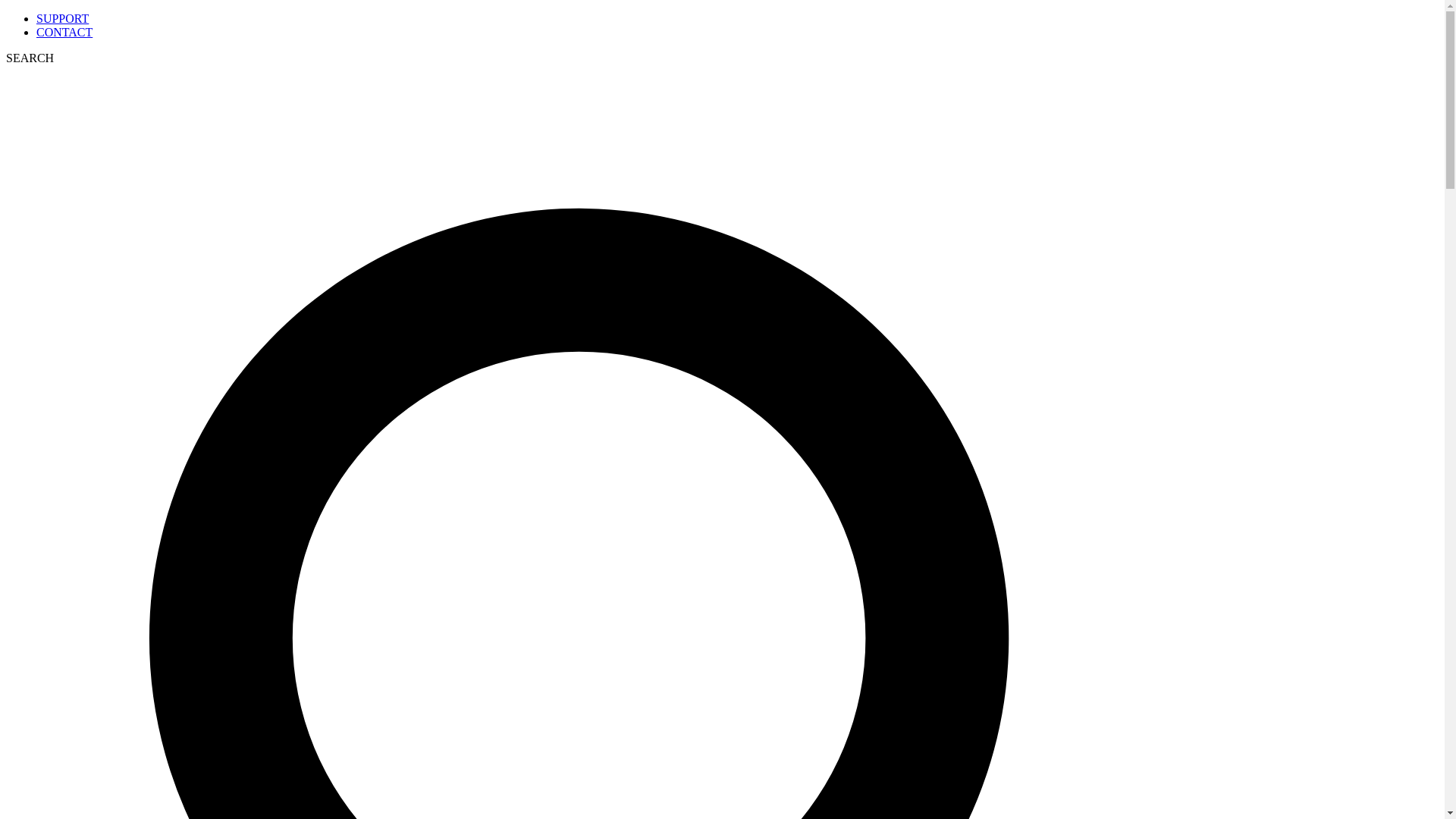 This screenshot has width=1456, height=819. Describe the element at coordinates (64, 32) in the screenshot. I see `'CONTACT'` at that location.